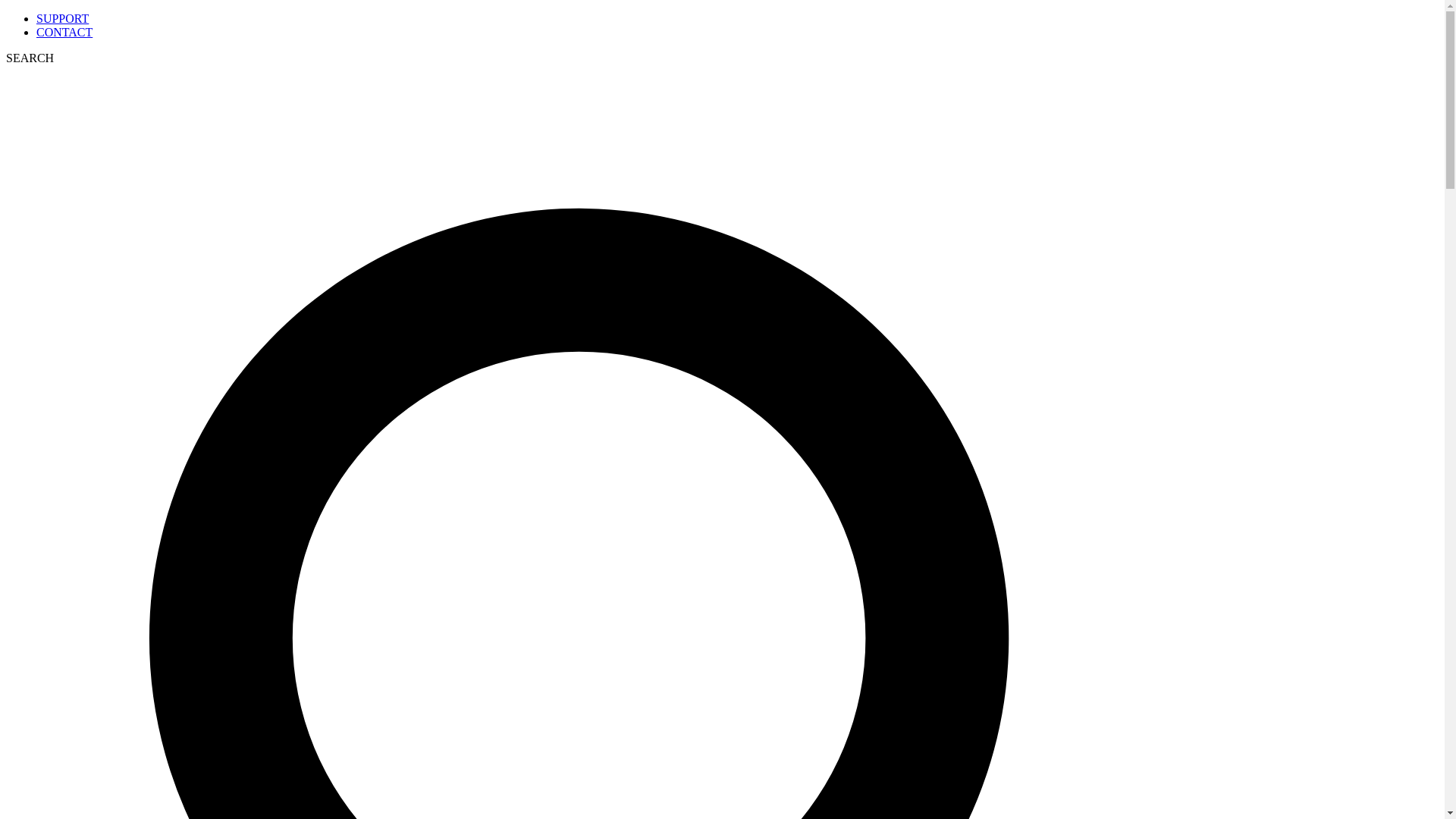 This screenshot has width=1456, height=819. Describe the element at coordinates (64, 32) in the screenshot. I see `'CONTACT'` at that location.